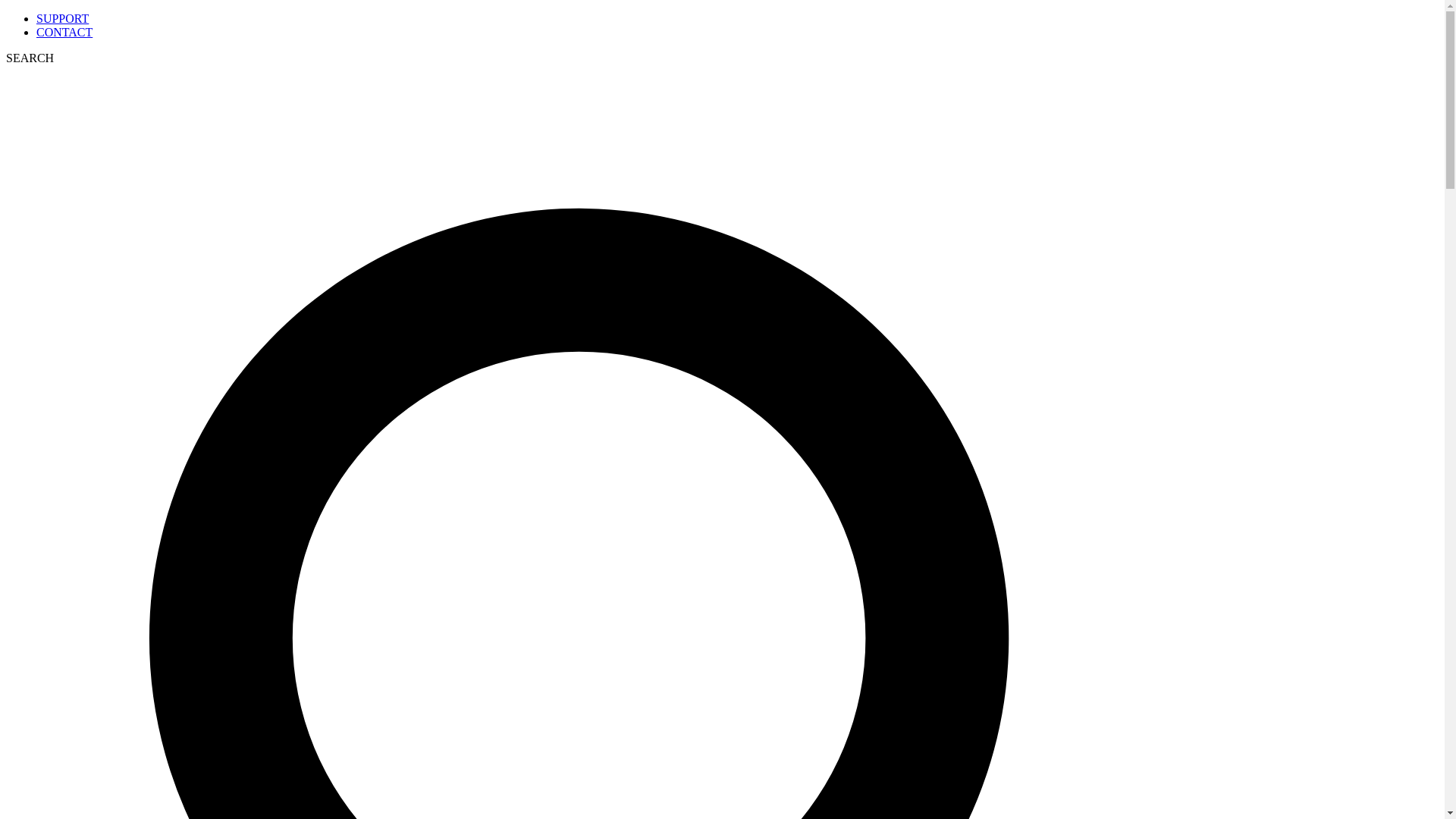 This screenshot has width=1456, height=819. Describe the element at coordinates (64, 32) in the screenshot. I see `'CONTACT'` at that location.